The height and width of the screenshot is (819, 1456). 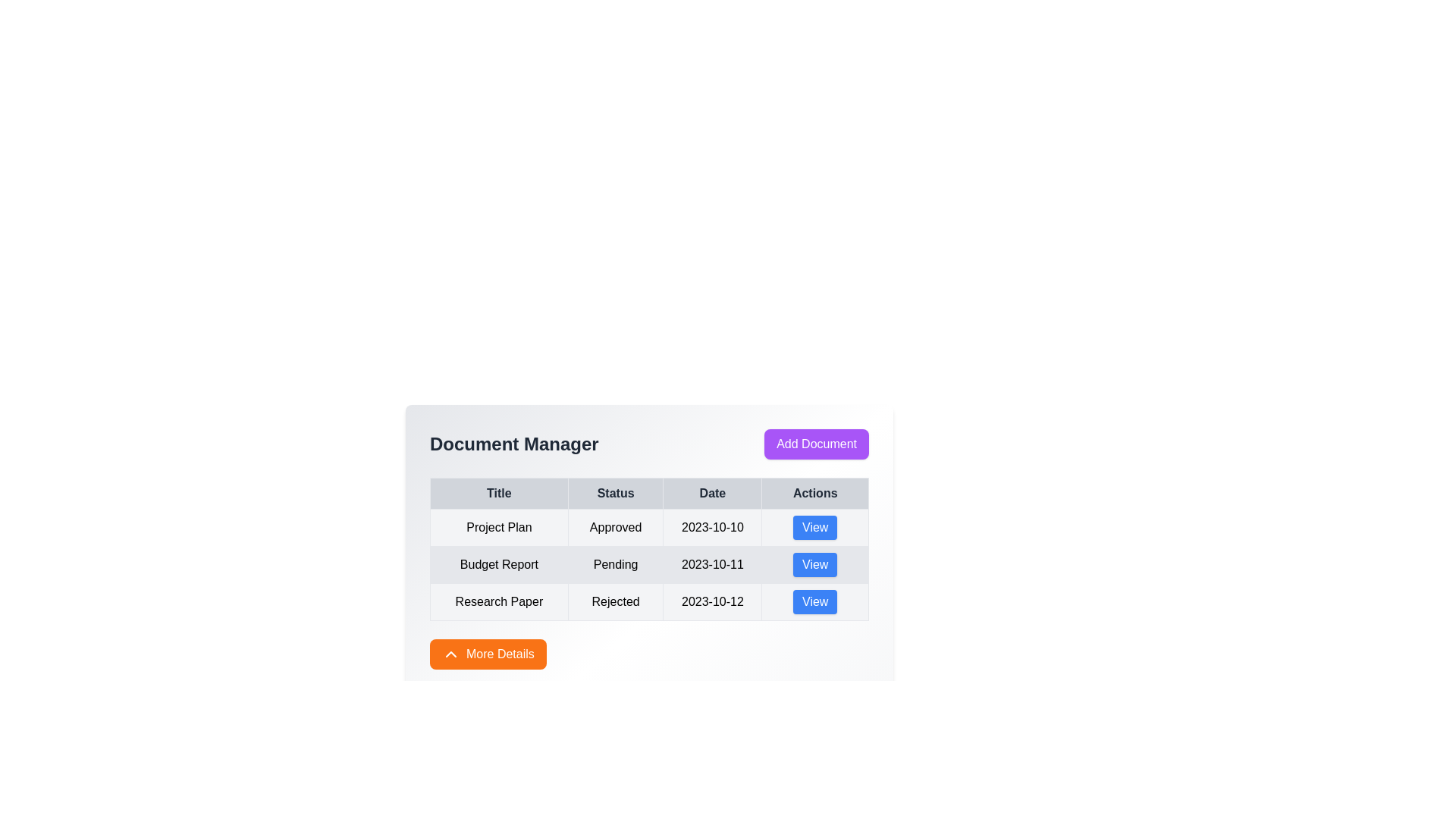 What do you see at coordinates (814, 526) in the screenshot?
I see `the 'View' button with a blue background and white text in the 'Actions' column under the 'Project Plan' entry to observe interactive changes` at bounding box center [814, 526].